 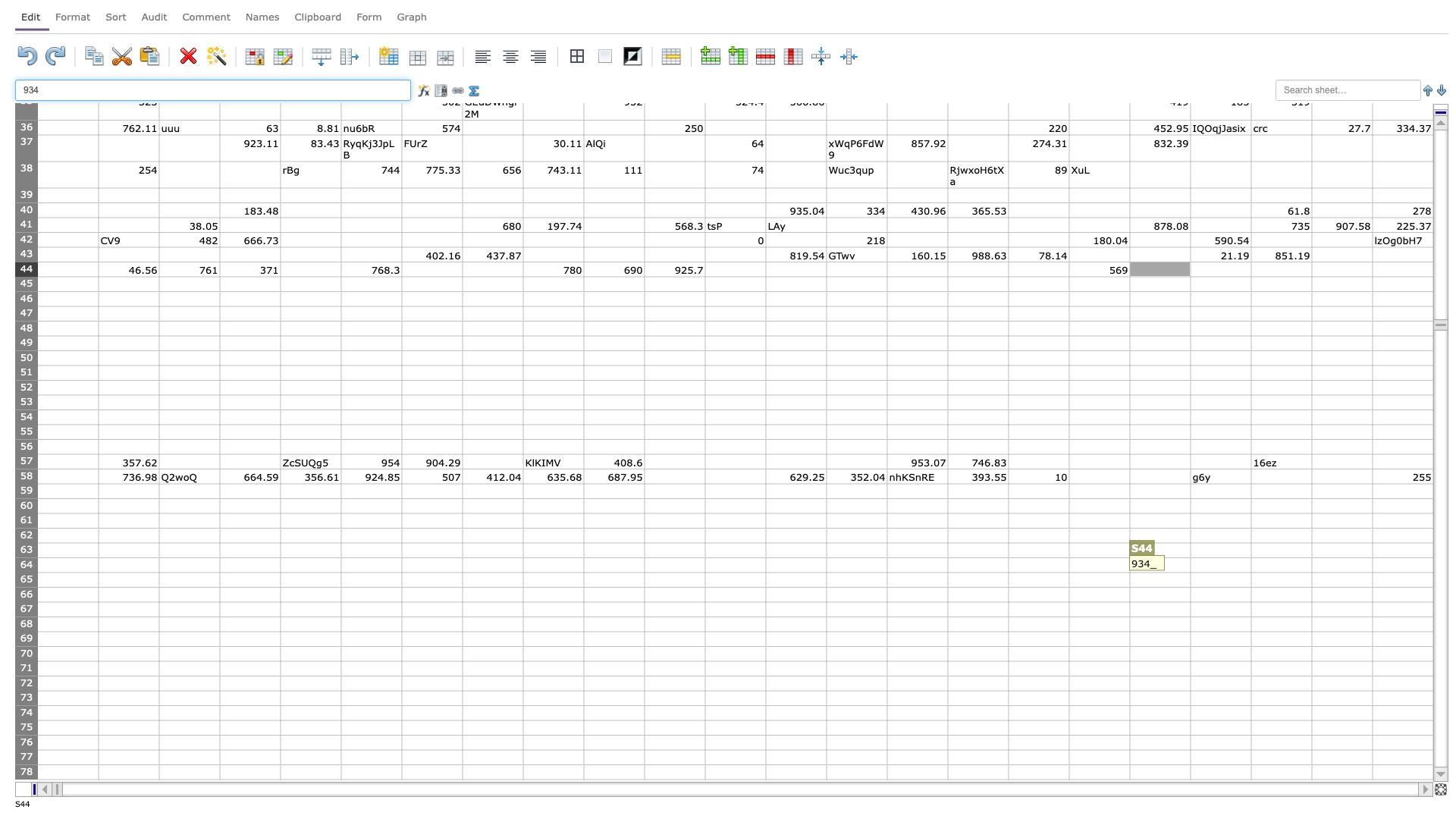 I want to click on Place cursor on fill handle point of U64, so click(x=1310, y=573).